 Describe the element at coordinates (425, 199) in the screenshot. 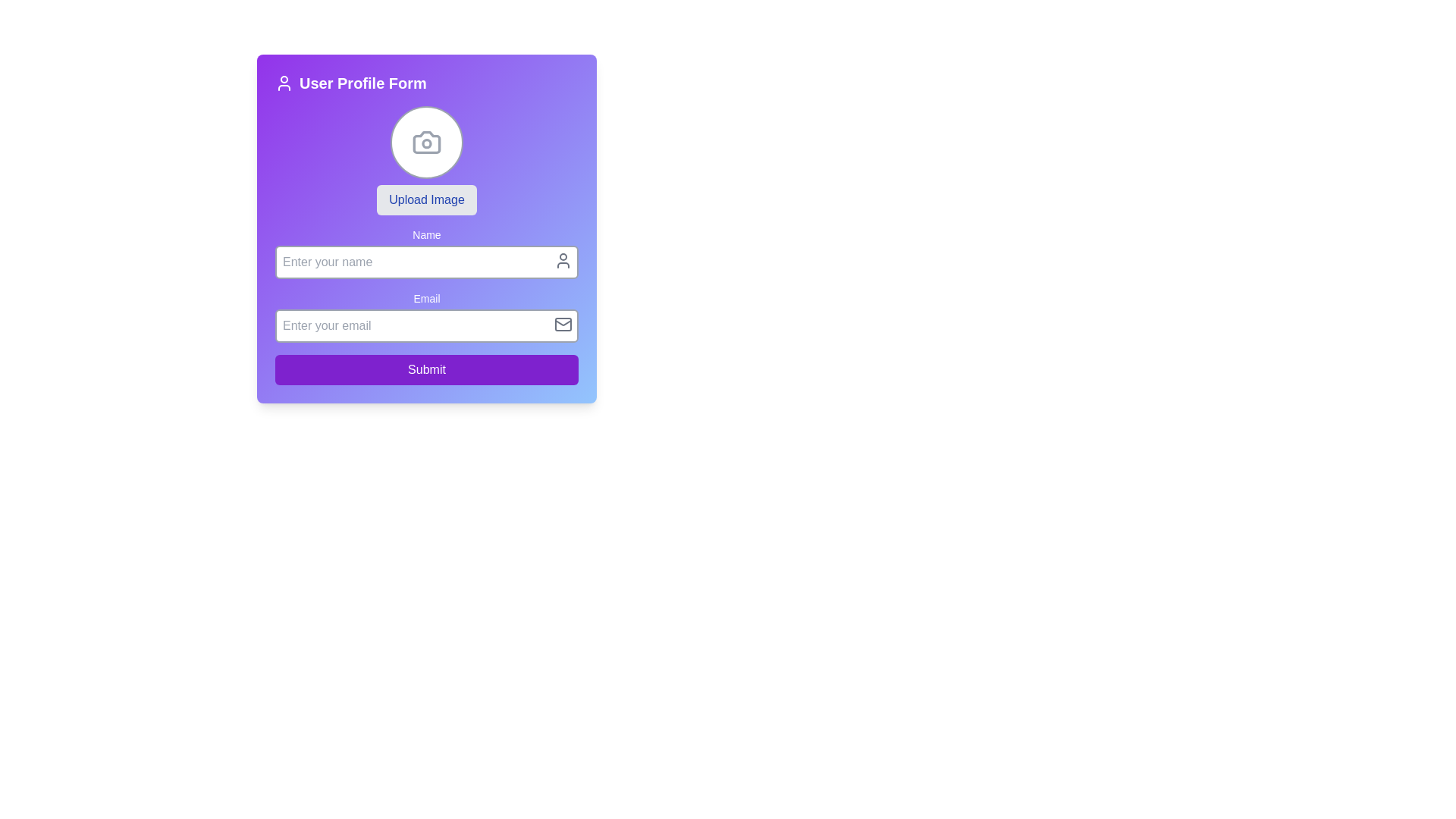

I see `the image upload button located beneath the circular profile image placeholder in the form layout to observe its hover effect` at that location.